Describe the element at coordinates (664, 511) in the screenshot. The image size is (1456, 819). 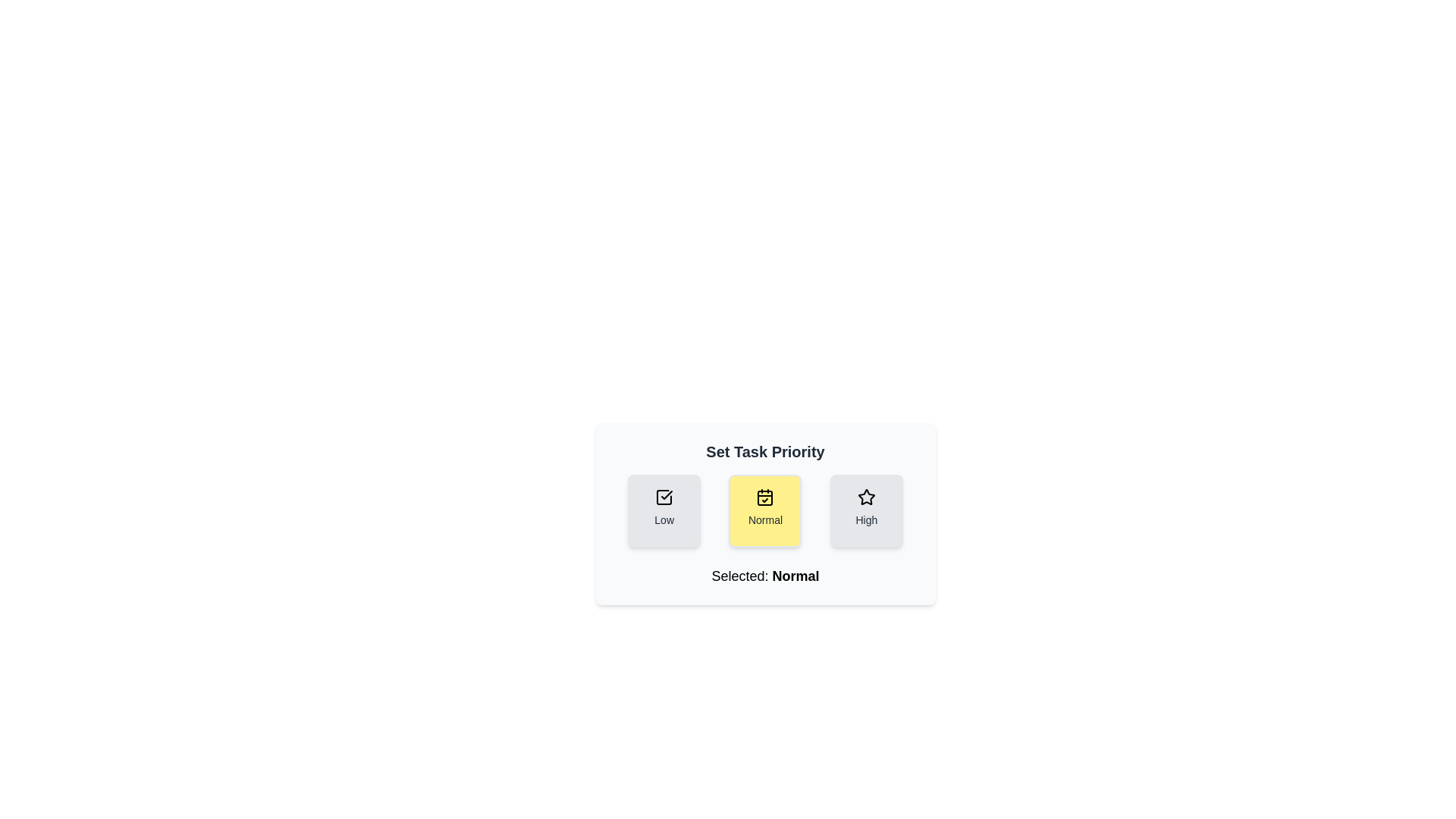
I see `the priority button labeled Low` at that location.